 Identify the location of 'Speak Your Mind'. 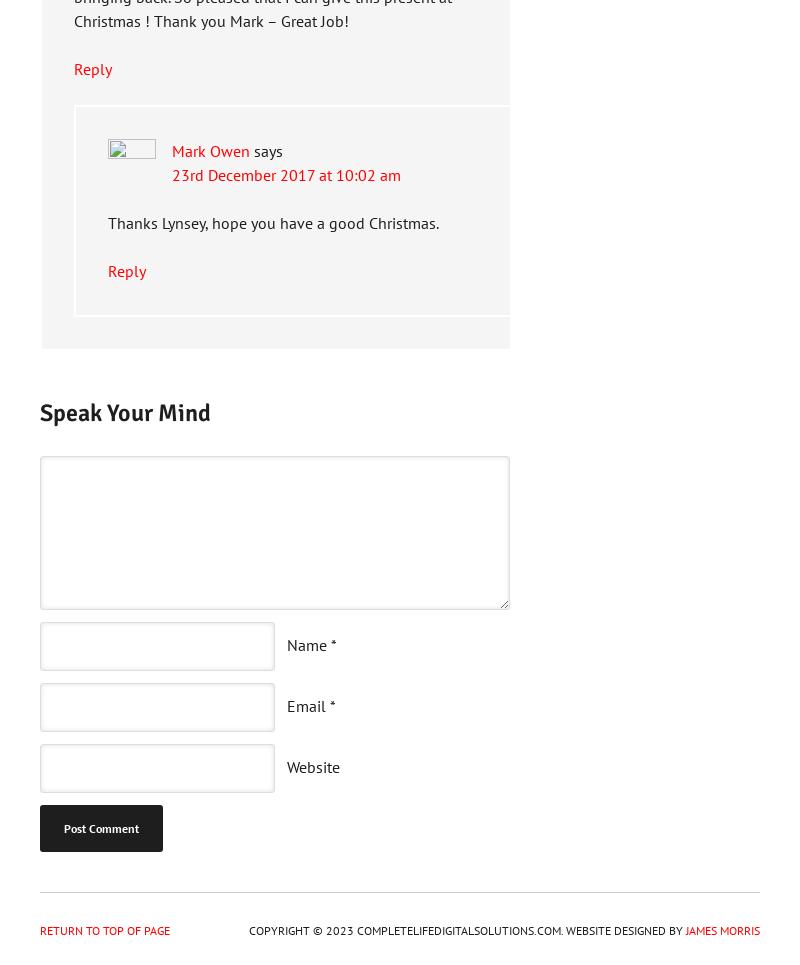
(124, 413).